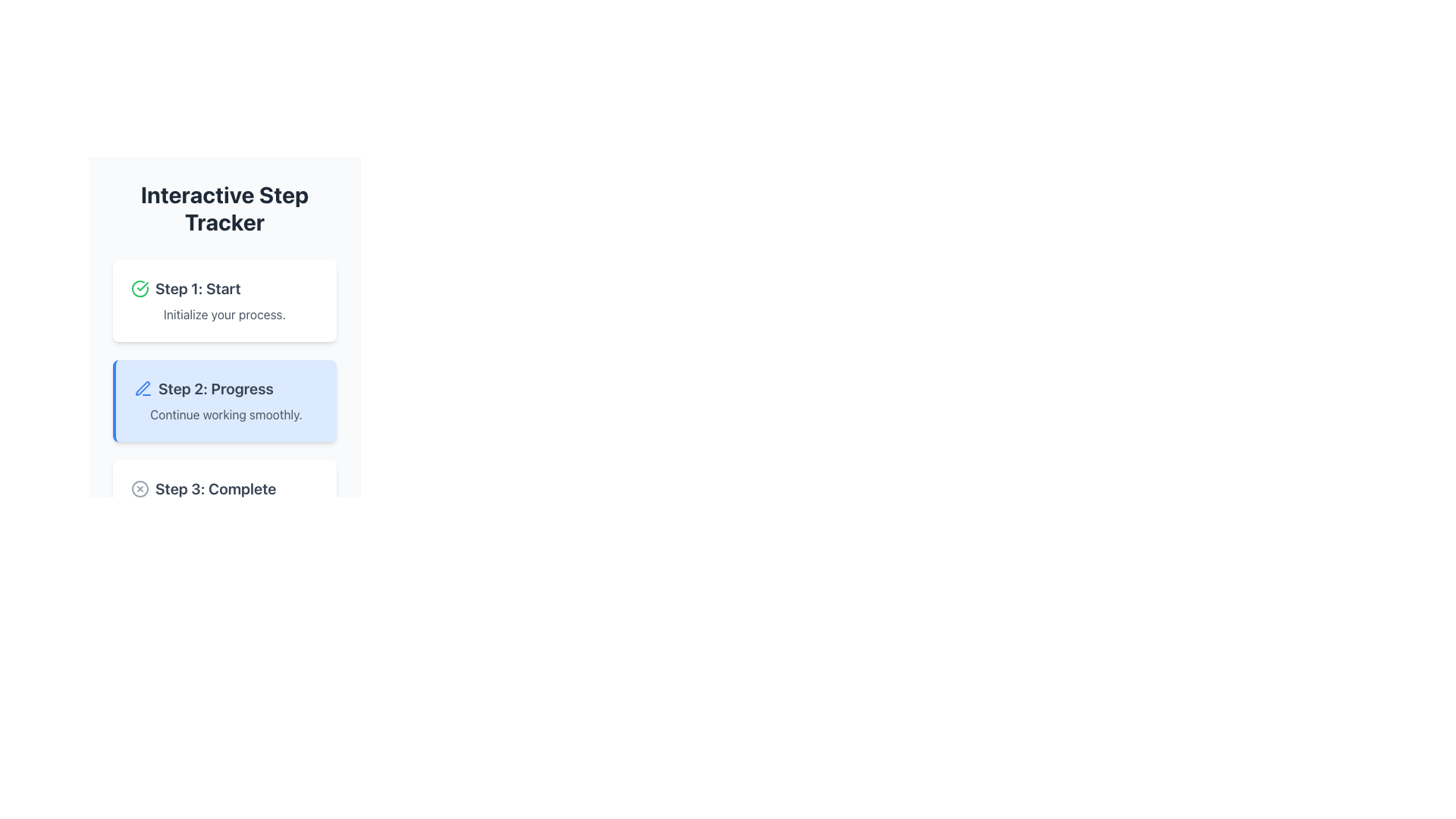  Describe the element at coordinates (224, 314) in the screenshot. I see `the static text element that reads 'Initialize your process.' located beneath the title 'Step 1: Start' in the first card of the step-by-step process` at that location.